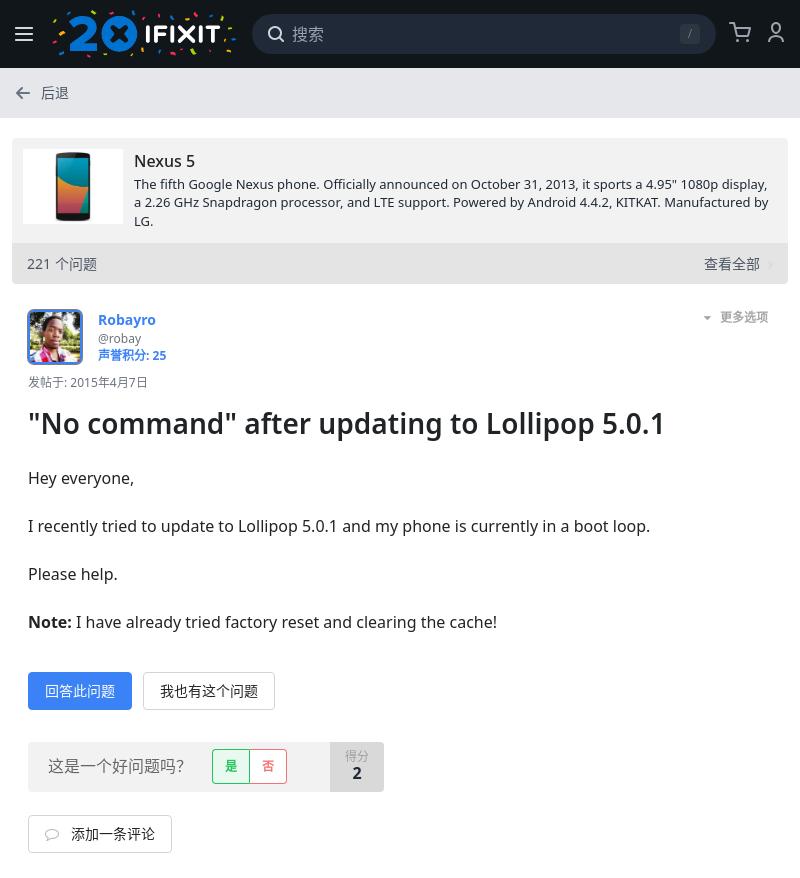 This screenshot has height=878, width=800. What do you see at coordinates (48, 620) in the screenshot?
I see `'Note:'` at bounding box center [48, 620].